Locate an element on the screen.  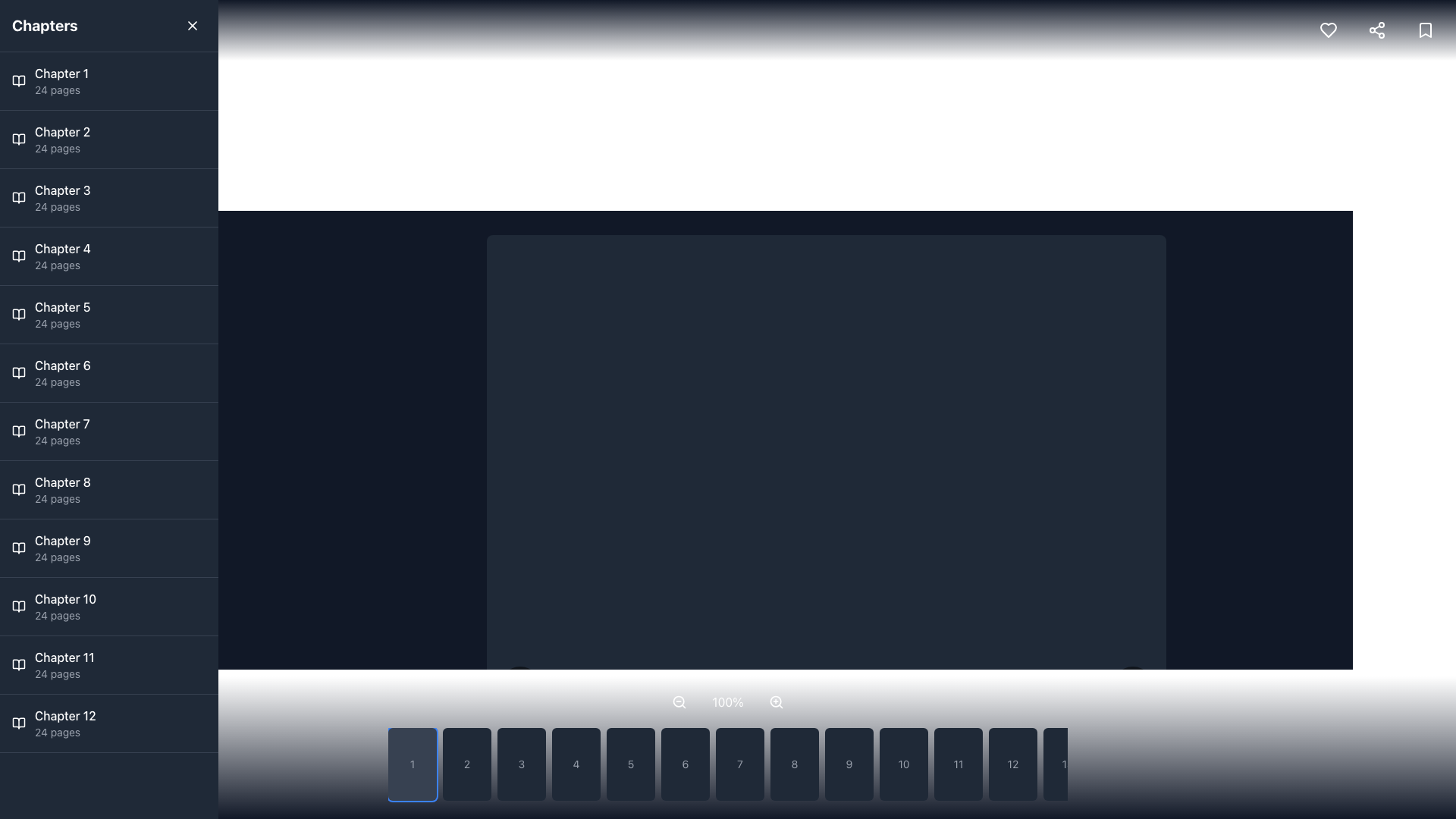
the bold, large-sized 'Chapters' text label located at the top left of the vertical panel listing chapters is located at coordinates (45, 26).